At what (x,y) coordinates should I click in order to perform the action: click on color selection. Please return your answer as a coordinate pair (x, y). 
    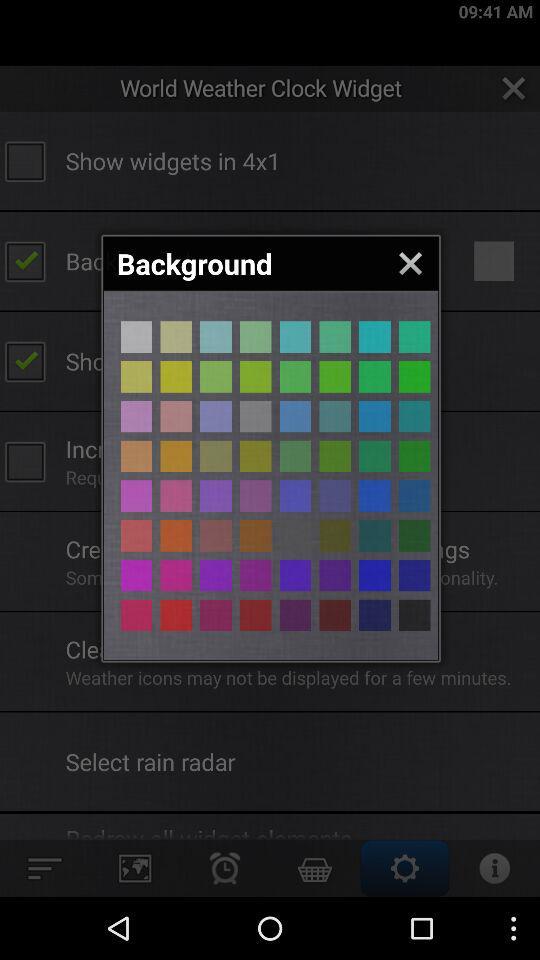
    Looking at the image, I should click on (374, 495).